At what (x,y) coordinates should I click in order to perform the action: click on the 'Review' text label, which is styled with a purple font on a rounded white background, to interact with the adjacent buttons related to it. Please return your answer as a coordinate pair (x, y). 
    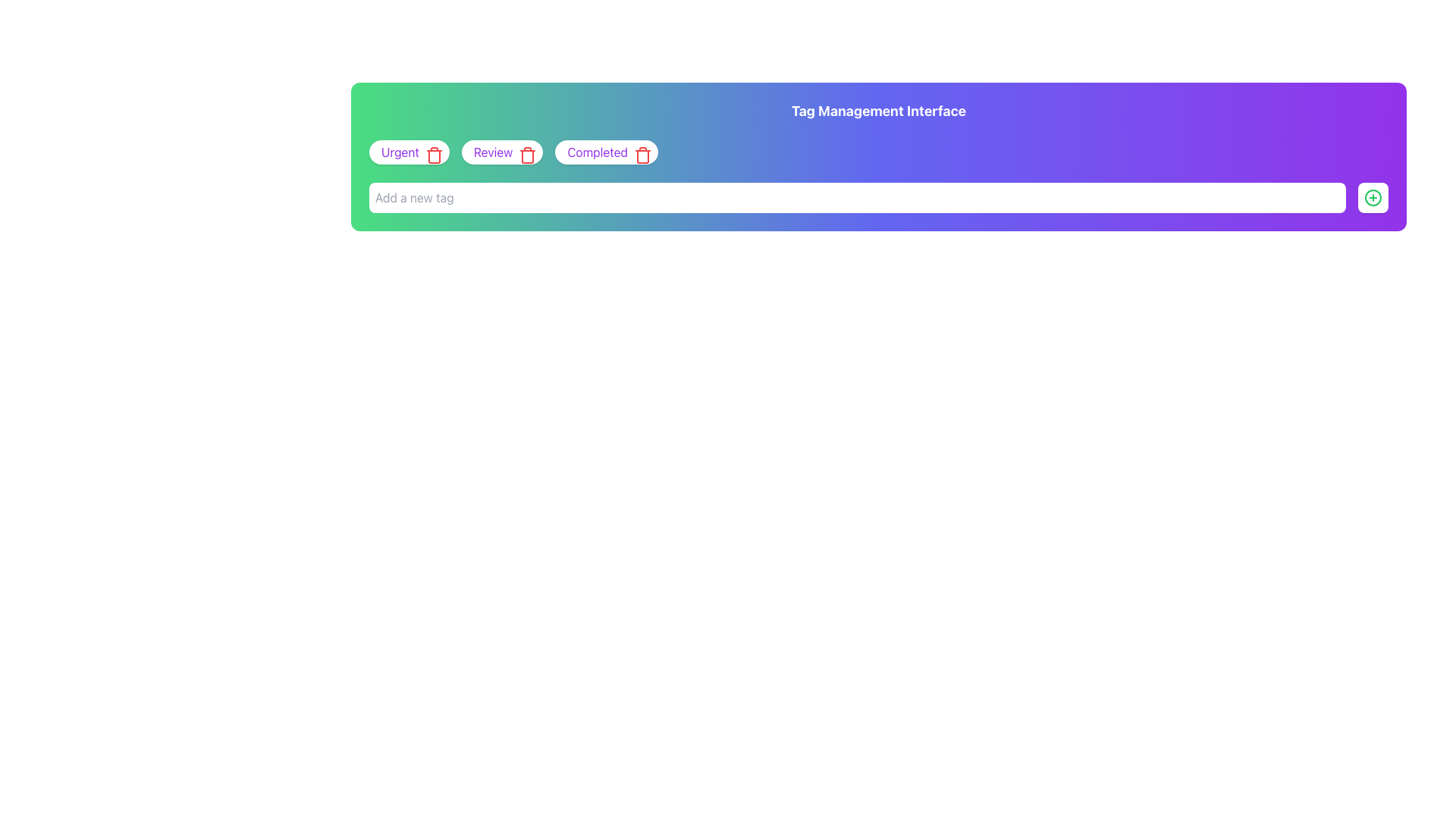
    Looking at the image, I should click on (493, 152).